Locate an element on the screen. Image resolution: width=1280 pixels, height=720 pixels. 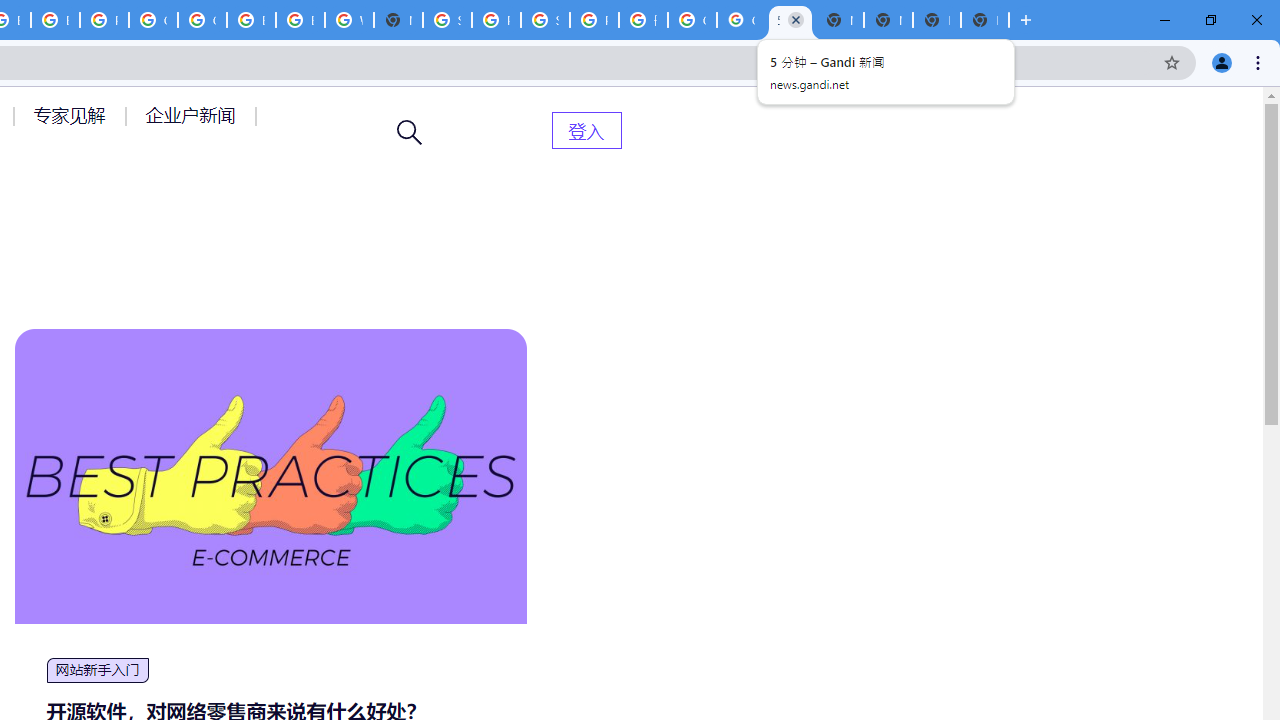
'New Tab' is located at coordinates (887, 20).